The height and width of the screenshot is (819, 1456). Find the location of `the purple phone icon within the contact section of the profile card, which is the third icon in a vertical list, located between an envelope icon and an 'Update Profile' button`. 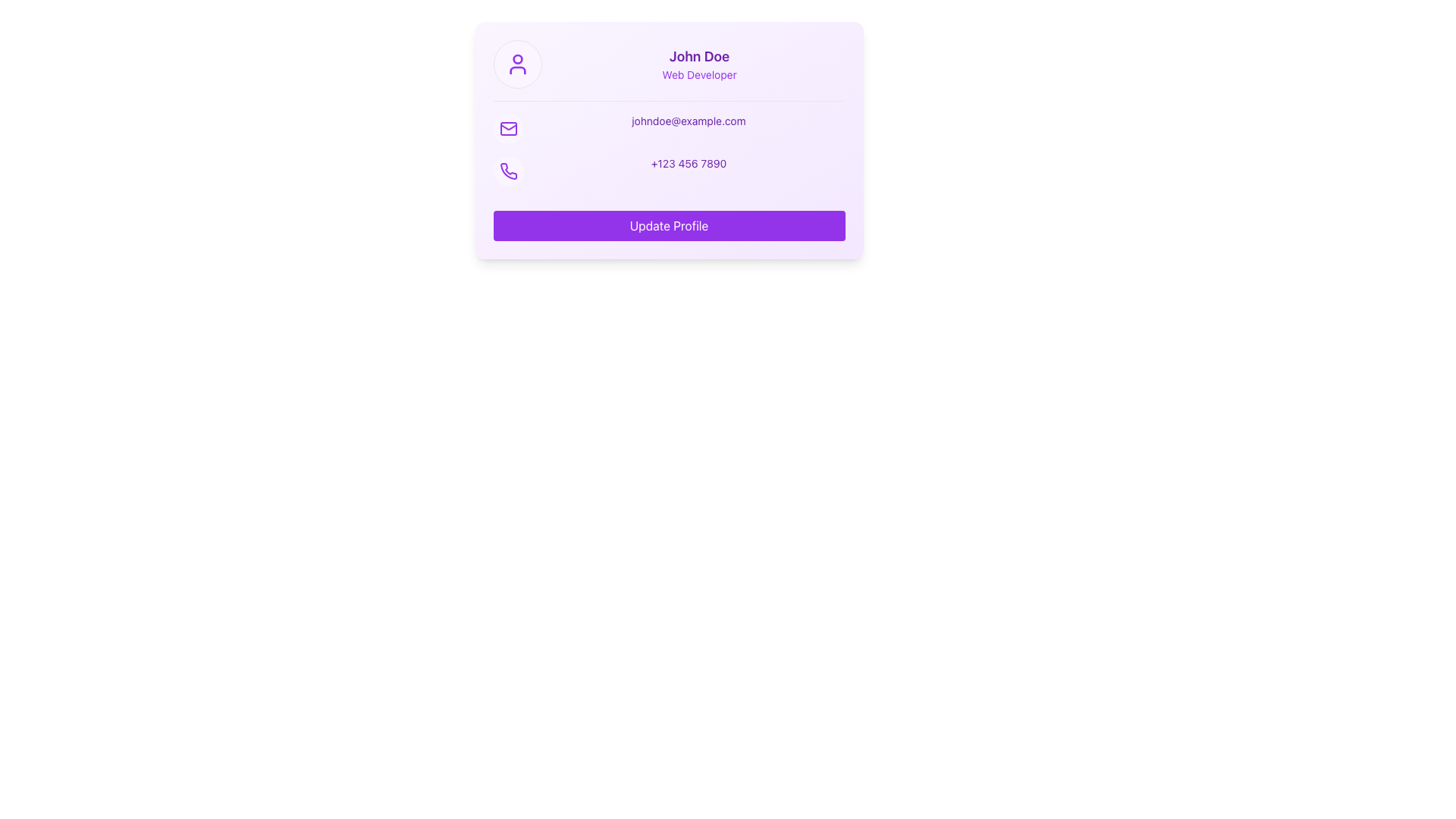

the purple phone icon within the contact section of the profile card, which is the third icon in a vertical list, located between an envelope icon and an 'Update Profile' button is located at coordinates (508, 171).